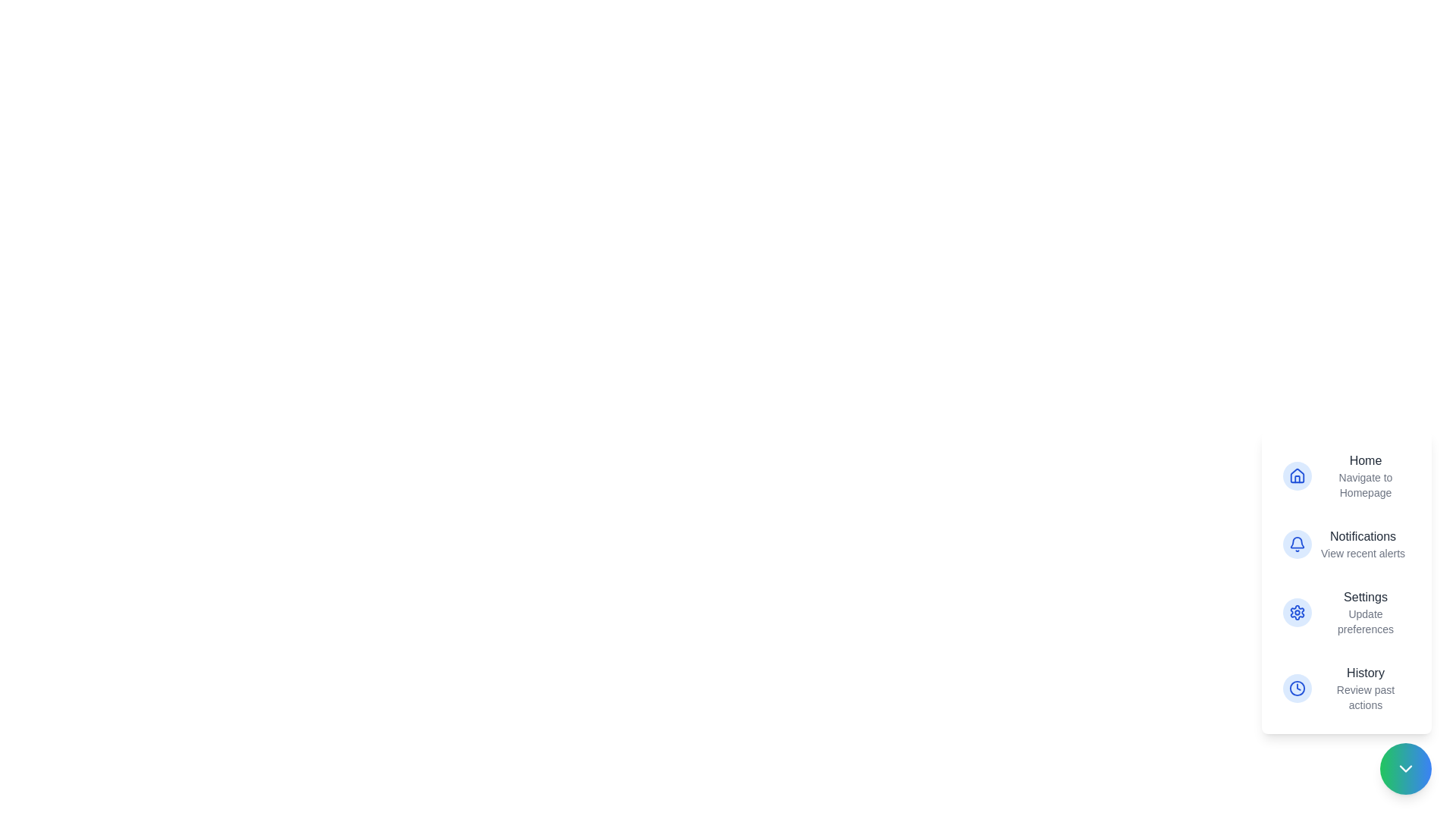 This screenshot has width=1456, height=819. What do you see at coordinates (1347, 688) in the screenshot?
I see `the action item labeled History` at bounding box center [1347, 688].